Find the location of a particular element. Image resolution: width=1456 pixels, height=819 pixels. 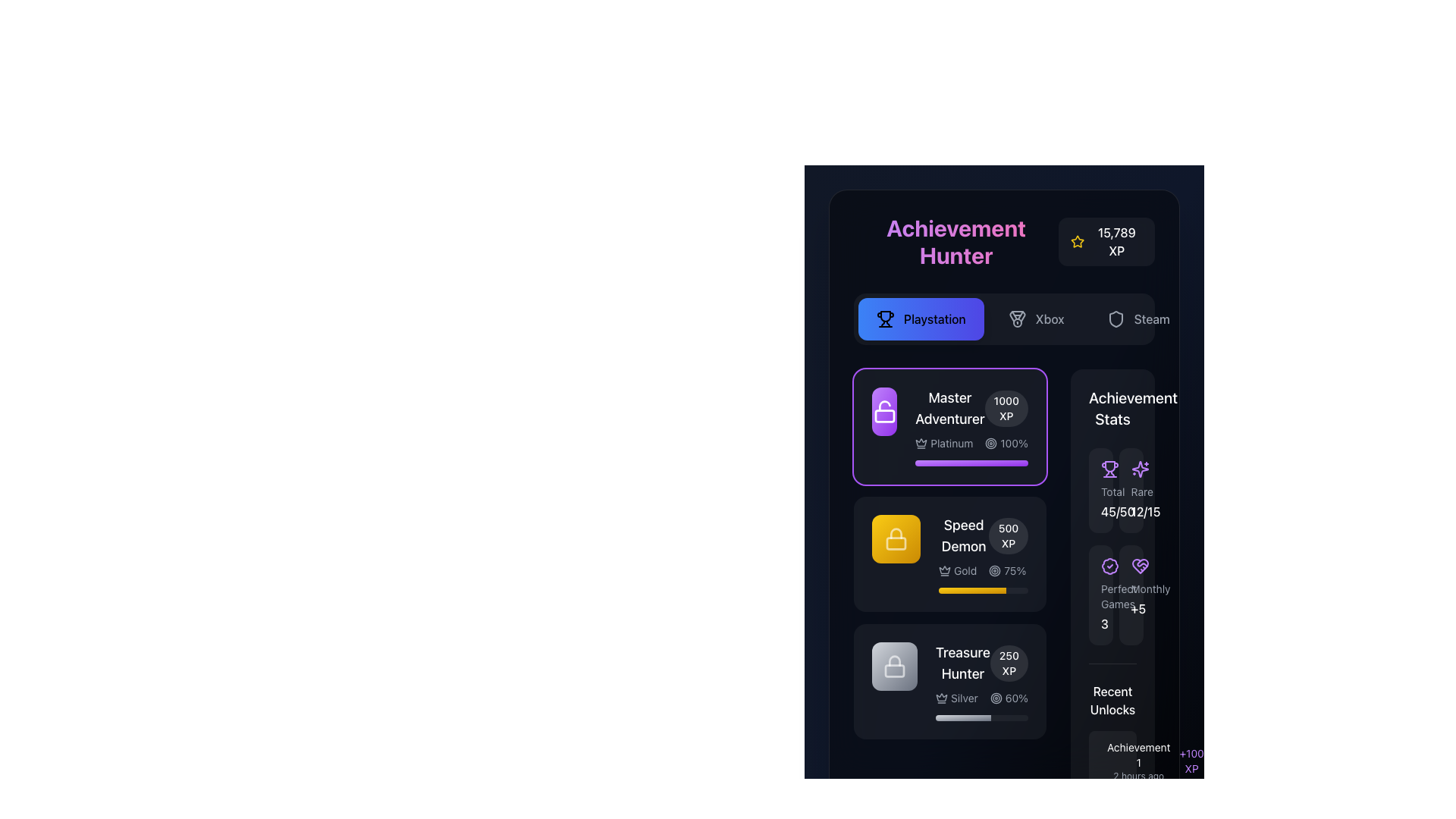

displayed value of the text element showing '100%' next to the target icon at the bottom right corner of the 'Master Adventurer' card is located at coordinates (1006, 444).